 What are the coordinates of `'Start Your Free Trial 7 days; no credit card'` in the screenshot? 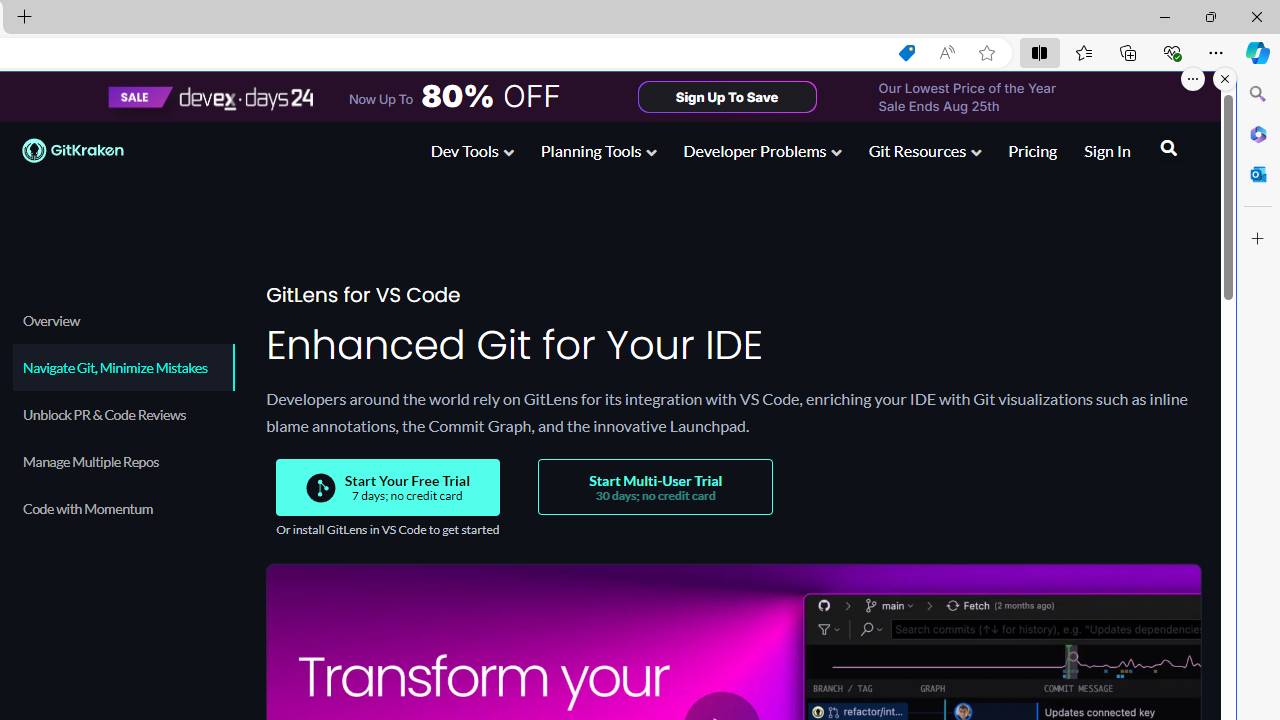 It's located at (388, 487).